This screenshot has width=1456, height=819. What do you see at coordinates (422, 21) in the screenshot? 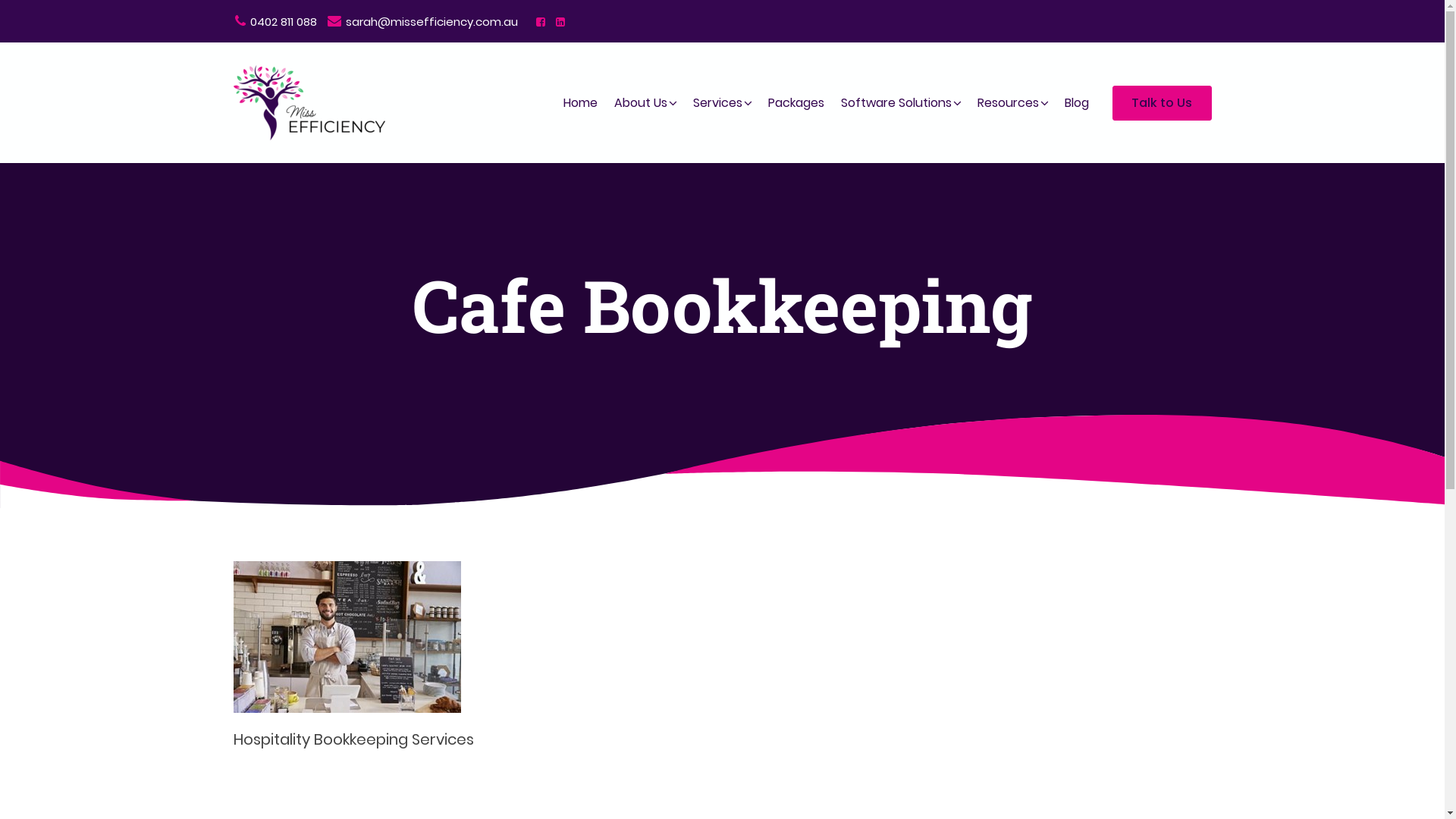
I see `'sarah@missefficiency.com.au'` at bounding box center [422, 21].